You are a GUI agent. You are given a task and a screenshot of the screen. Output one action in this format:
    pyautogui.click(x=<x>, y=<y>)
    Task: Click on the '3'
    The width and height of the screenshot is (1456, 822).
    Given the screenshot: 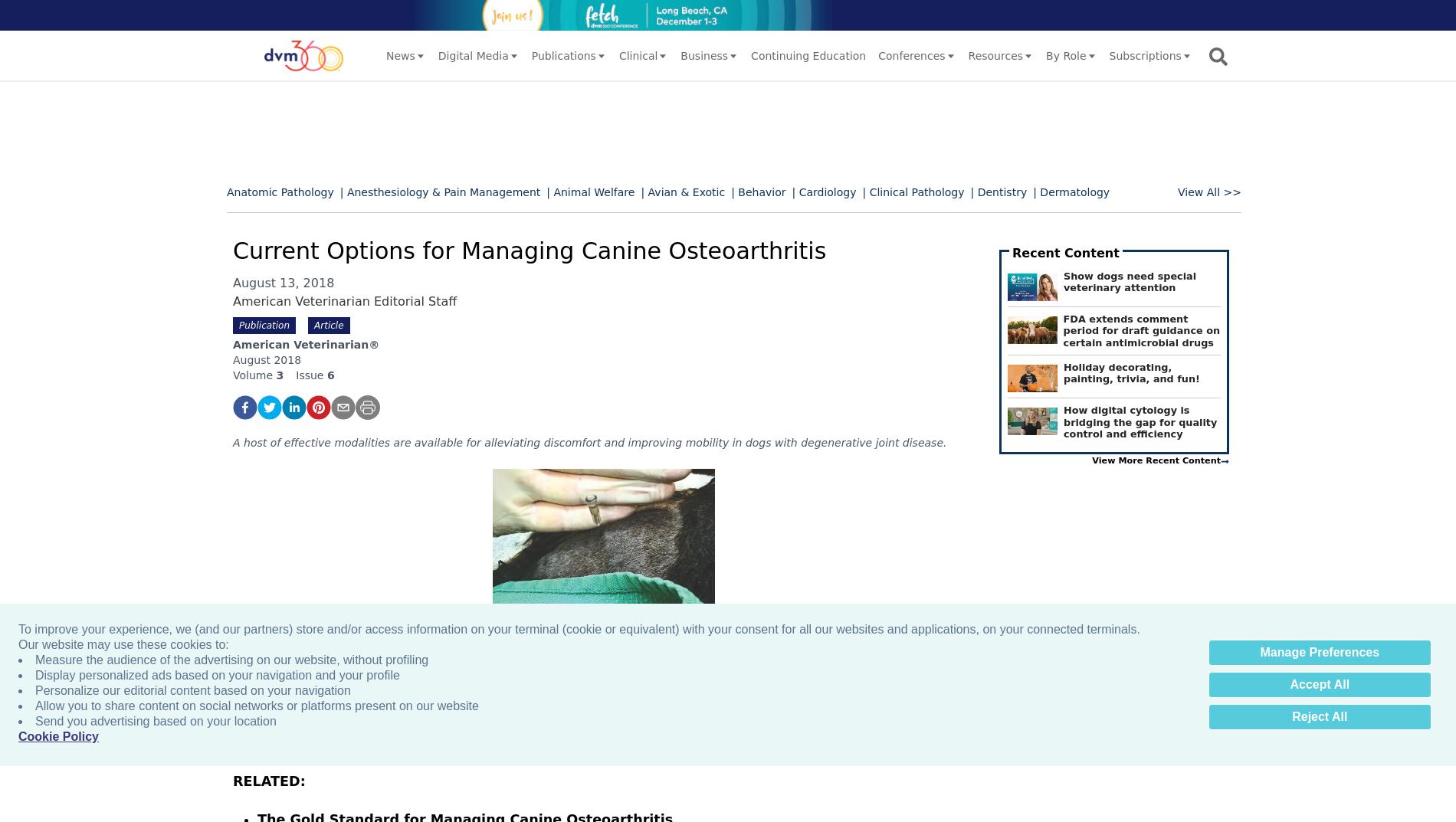 What is the action you would take?
    pyautogui.click(x=278, y=375)
    